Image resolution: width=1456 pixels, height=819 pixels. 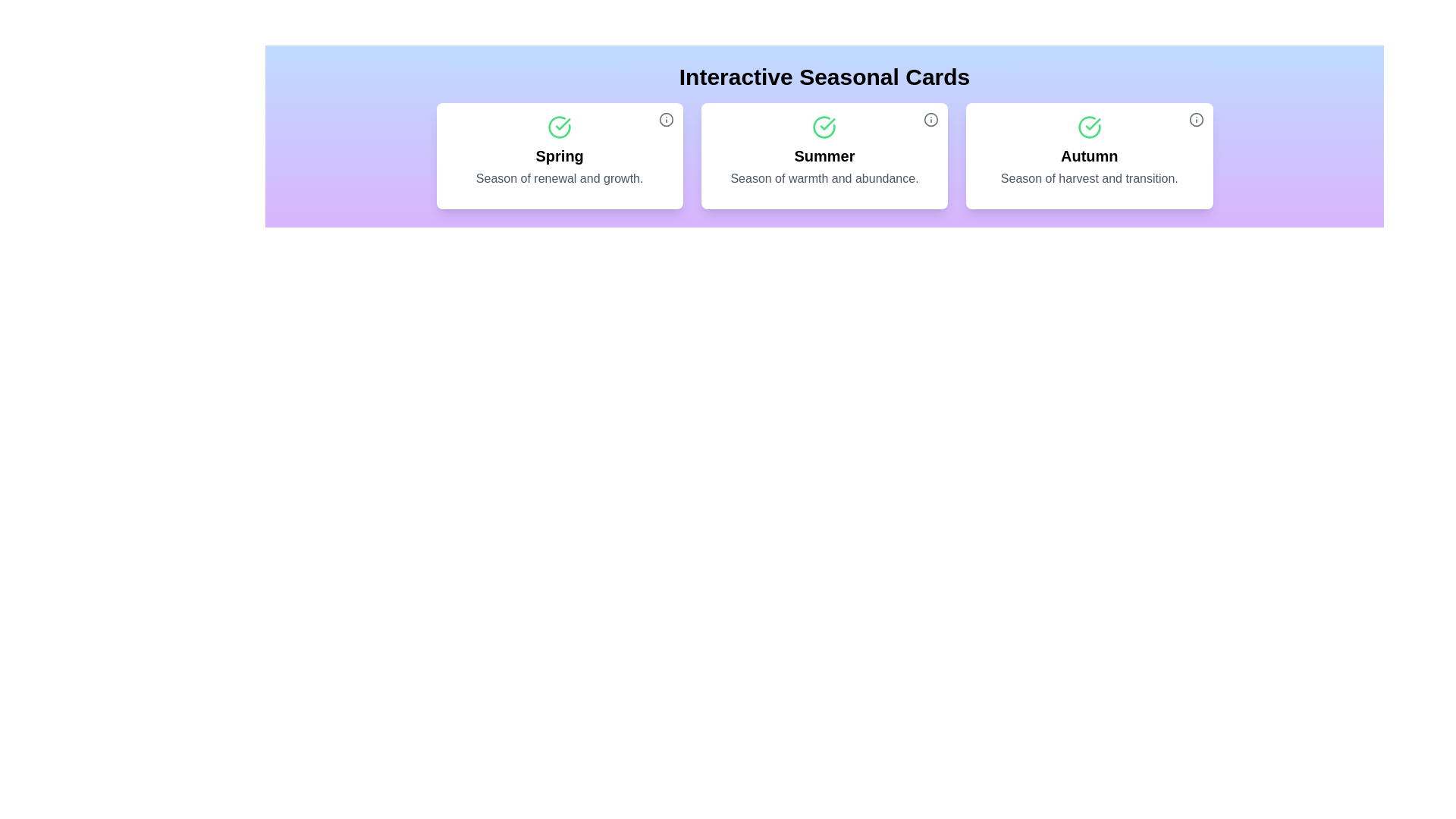 I want to click on the confirmation icon located at the top-left of the 'Autumn' card, which indicates a success status, so click(x=1088, y=127).